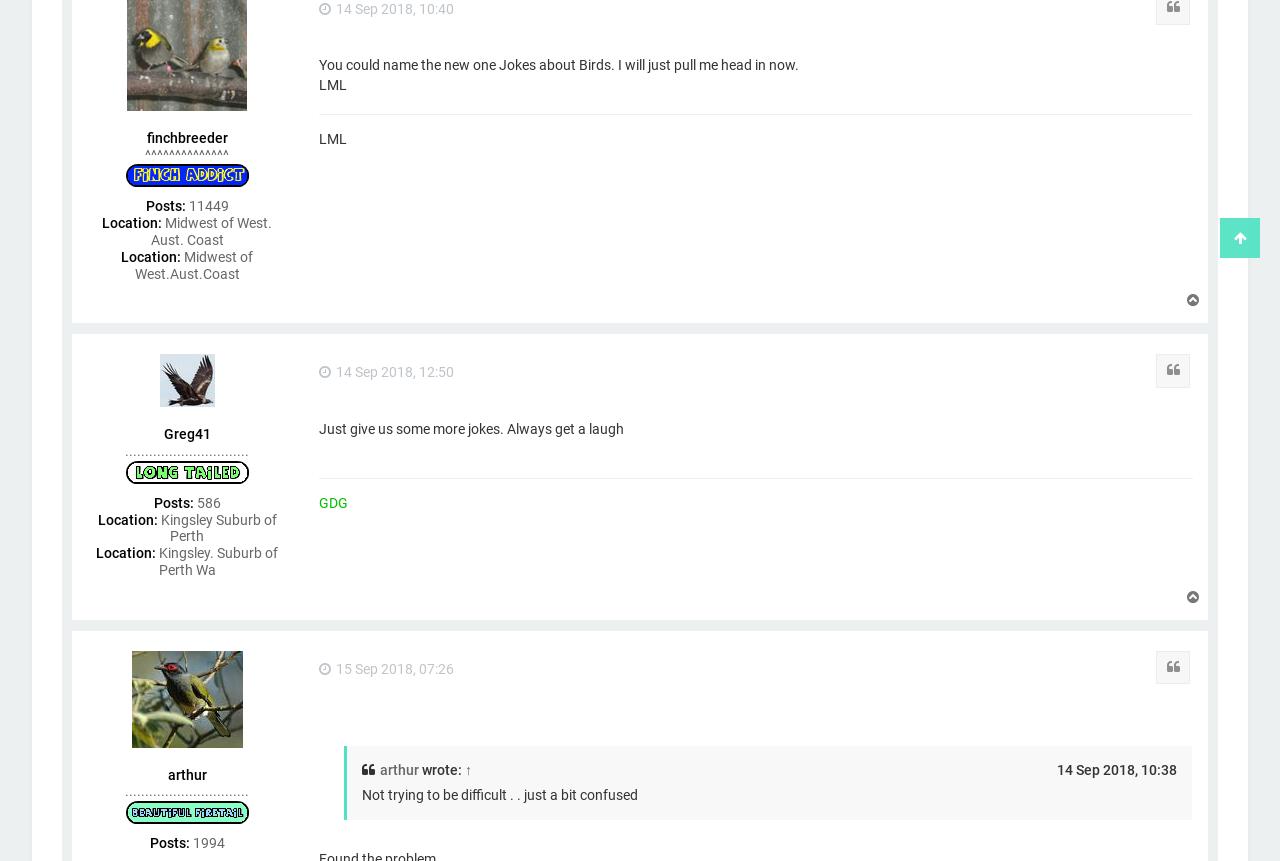 The image size is (1280, 861). What do you see at coordinates (333, 501) in the screenshot?
I see `'GDG'` at bounding box center [333, 501].